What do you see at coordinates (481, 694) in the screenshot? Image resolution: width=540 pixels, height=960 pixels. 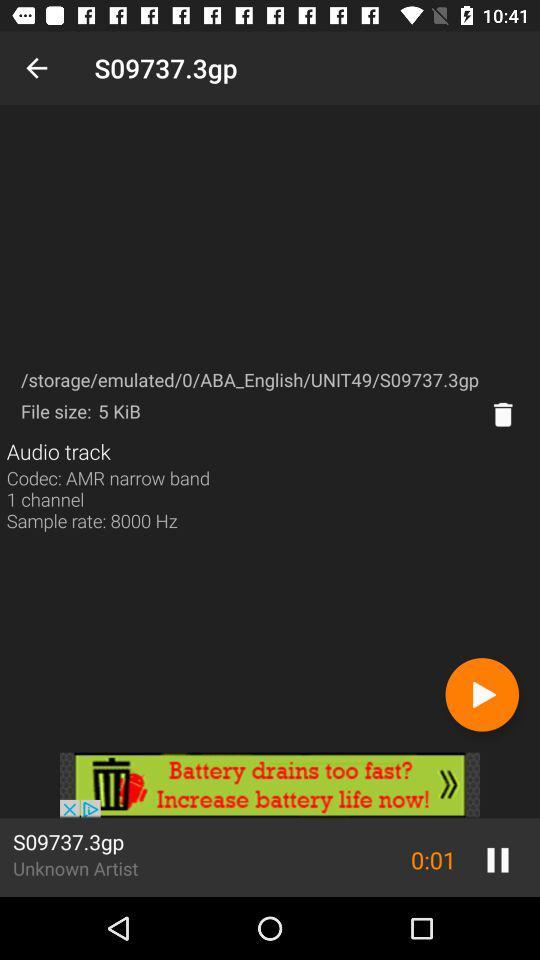 I see `the play icon` at bounding box center [481, 694].